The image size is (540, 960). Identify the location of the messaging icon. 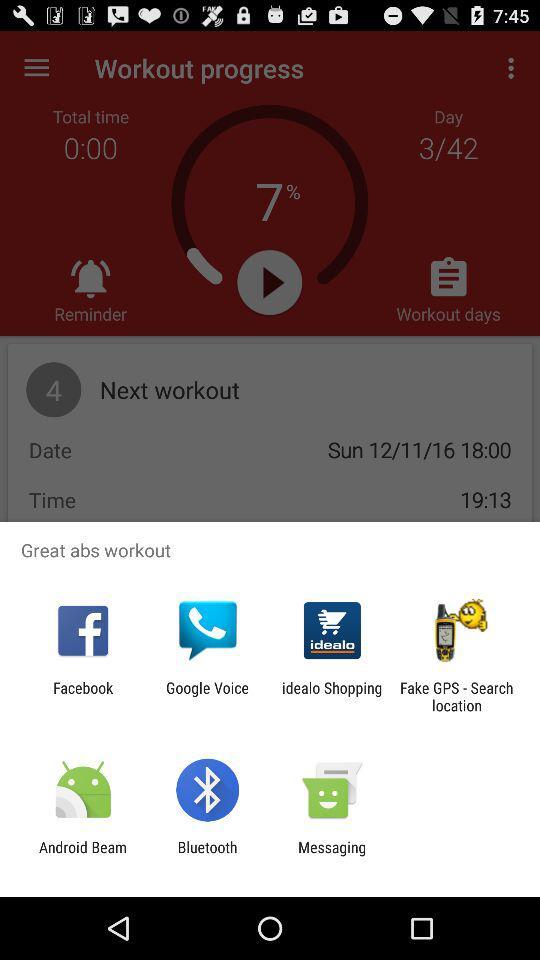
(332, 855).